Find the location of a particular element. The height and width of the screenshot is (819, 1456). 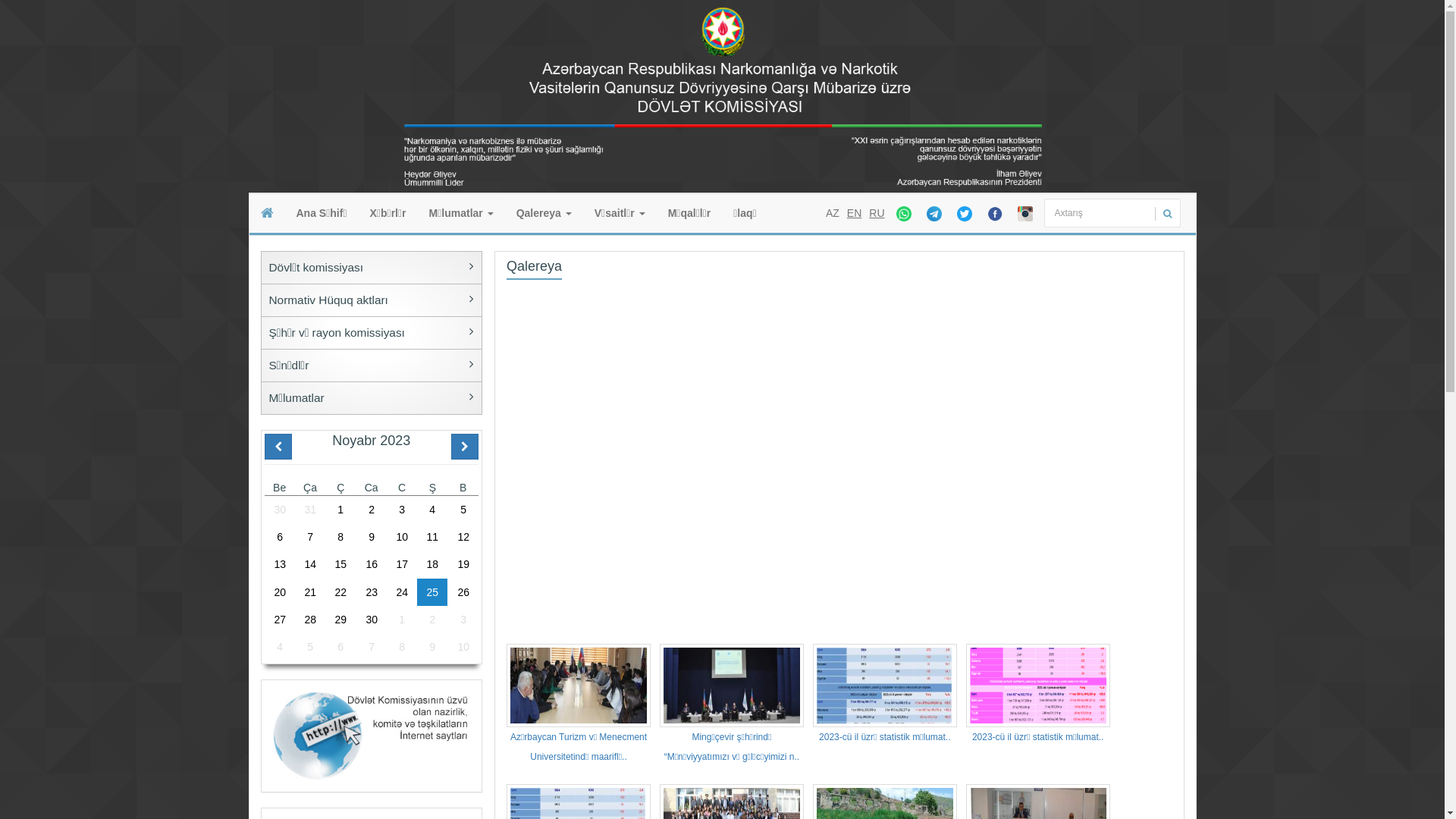

'13' is located at coordinates (279, 564).